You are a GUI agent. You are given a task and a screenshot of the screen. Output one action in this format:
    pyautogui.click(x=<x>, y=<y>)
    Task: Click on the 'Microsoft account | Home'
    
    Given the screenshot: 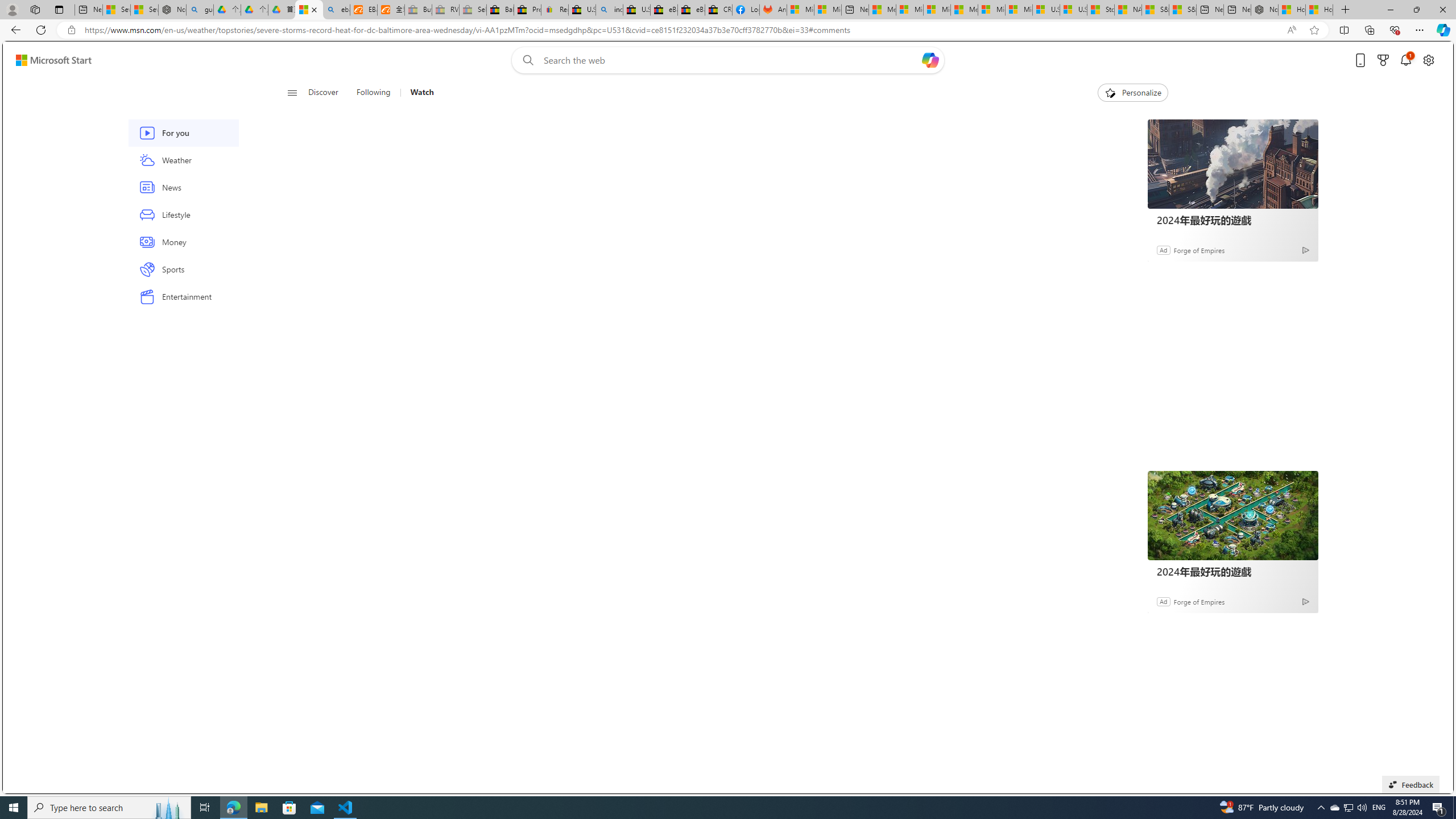 What is the action you would take?
    pyautogui.click(x=936, y=9)
    